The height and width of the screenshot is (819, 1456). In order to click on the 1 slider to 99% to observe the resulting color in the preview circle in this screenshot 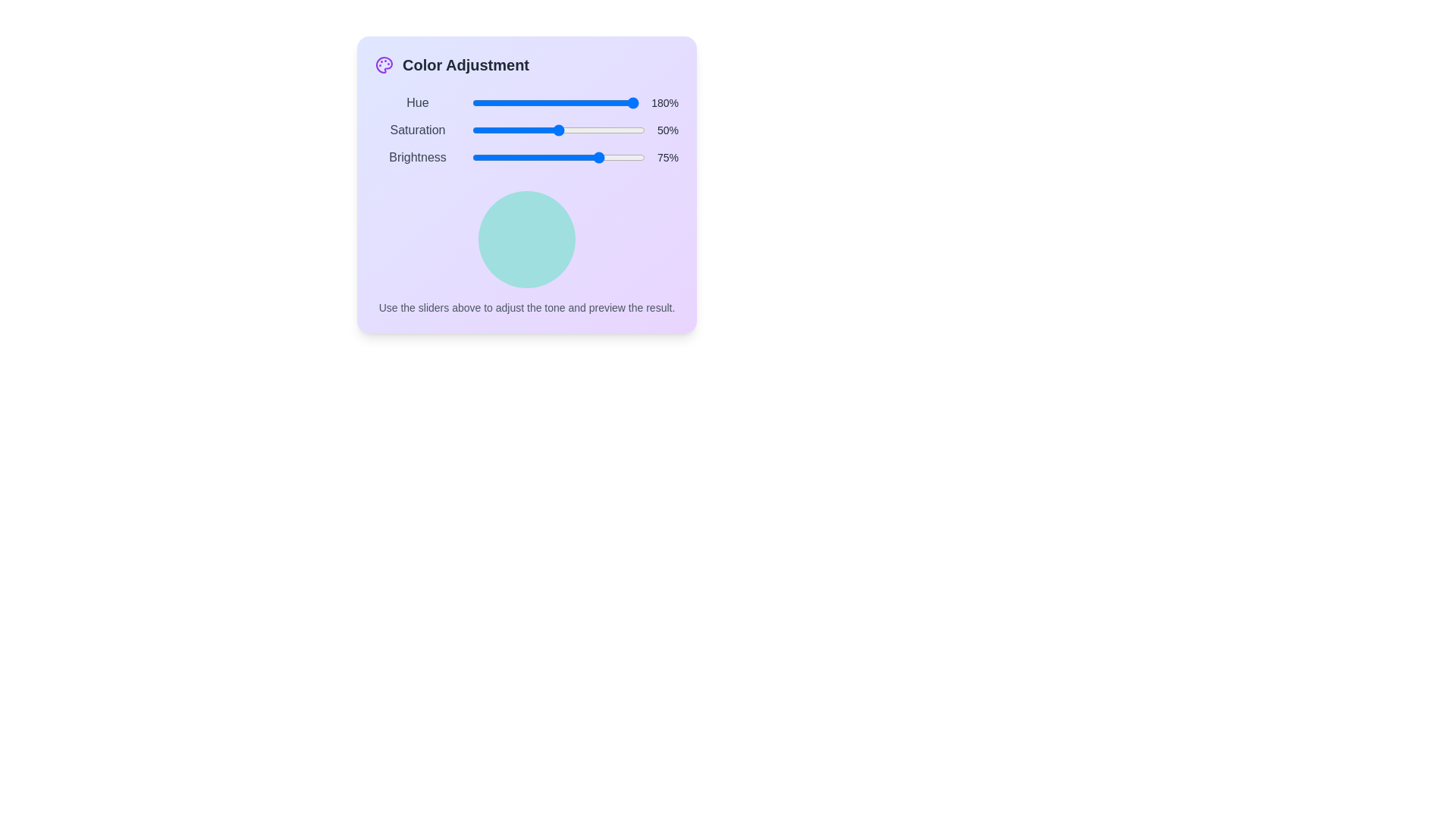, I will do `click(637, 130)`.